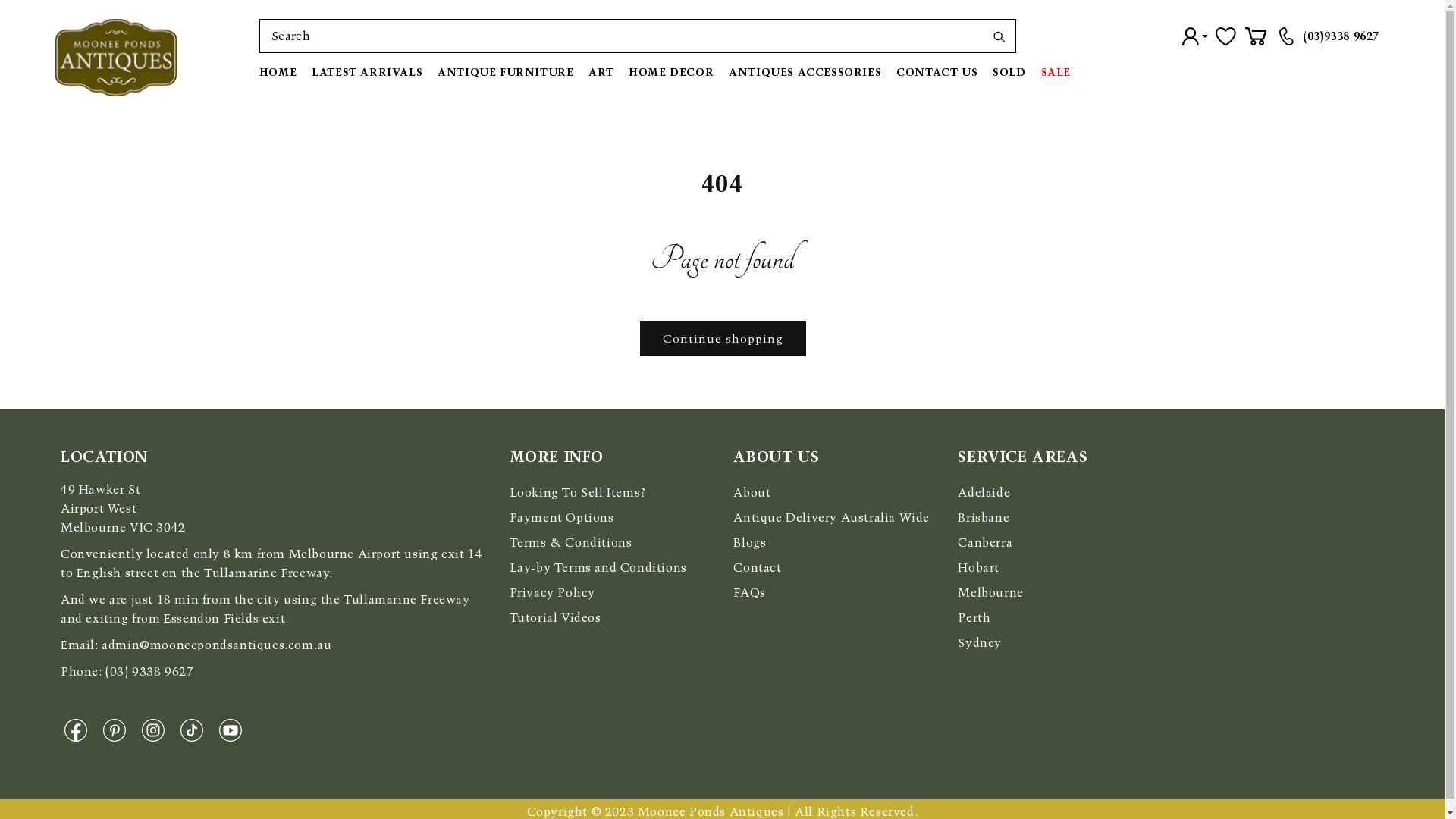  I want to click on 'Melbourne', so click(990, 591).